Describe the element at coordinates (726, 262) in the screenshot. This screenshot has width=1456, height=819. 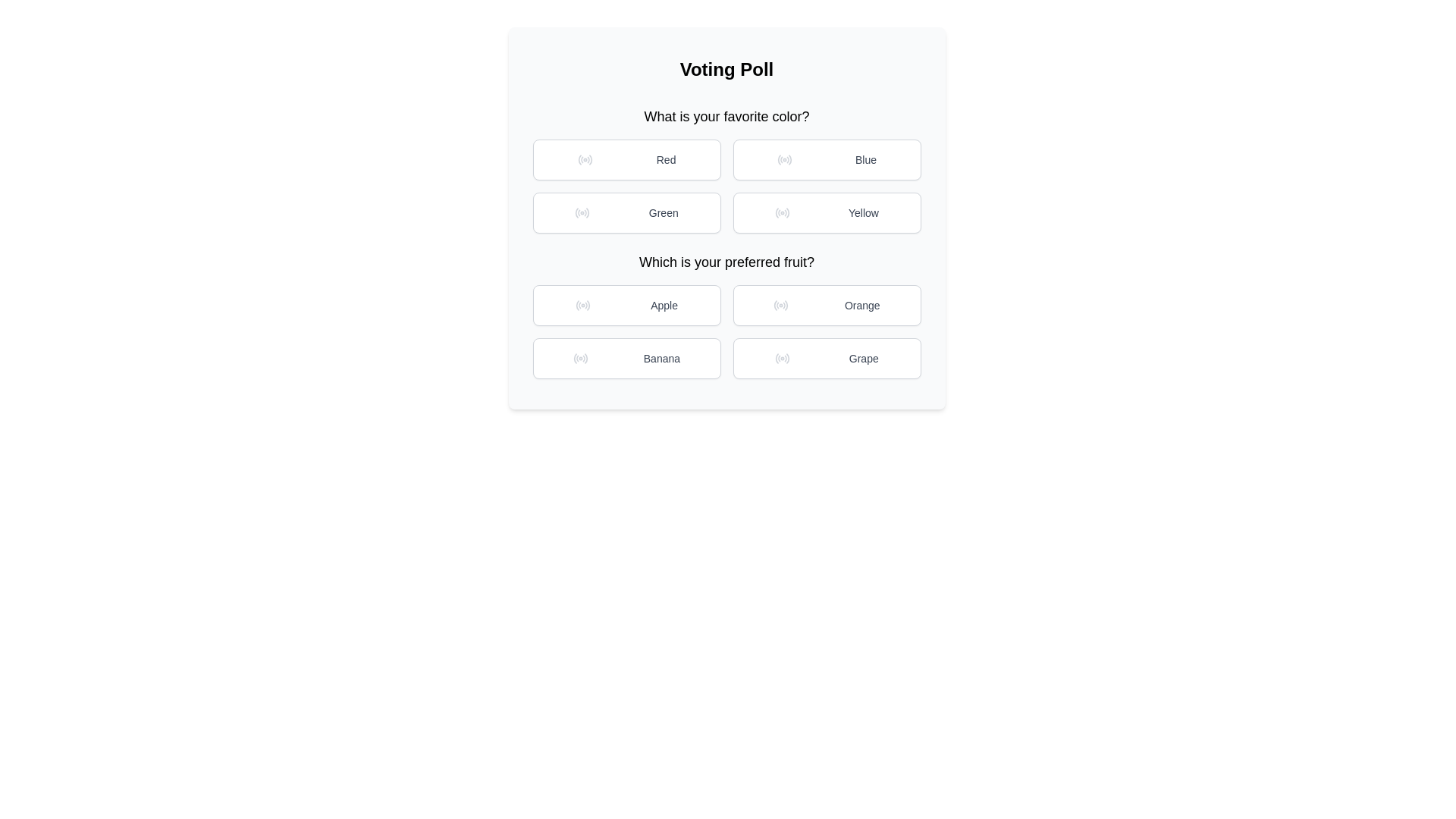
I see `text label that states 'Which is your preferred fruit?' positioned in the upper-middle section of the poll interface` at that location.